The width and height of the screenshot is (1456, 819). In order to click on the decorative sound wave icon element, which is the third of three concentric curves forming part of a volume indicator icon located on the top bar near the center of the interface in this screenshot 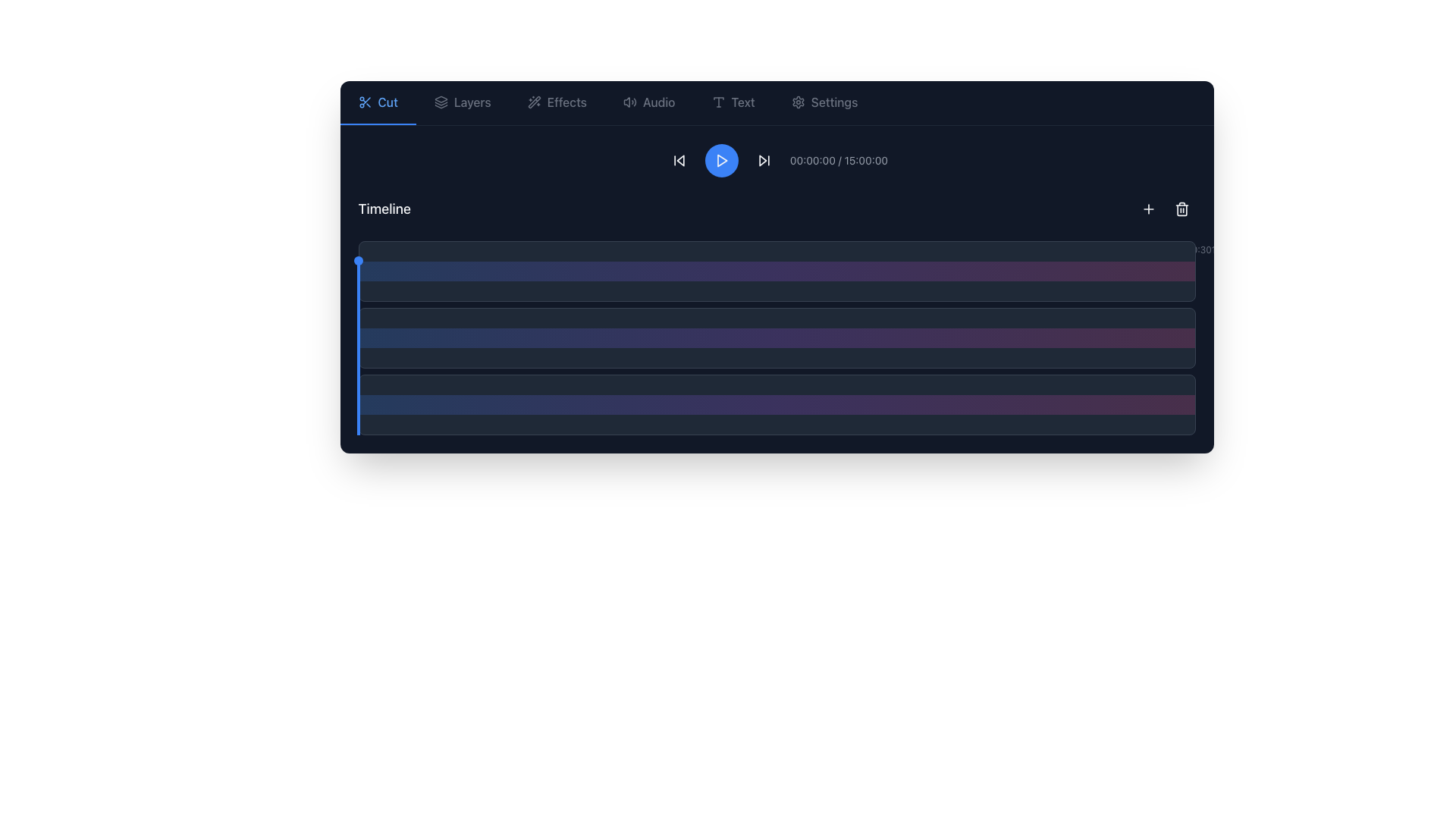, I will do `click(635, 102)`.